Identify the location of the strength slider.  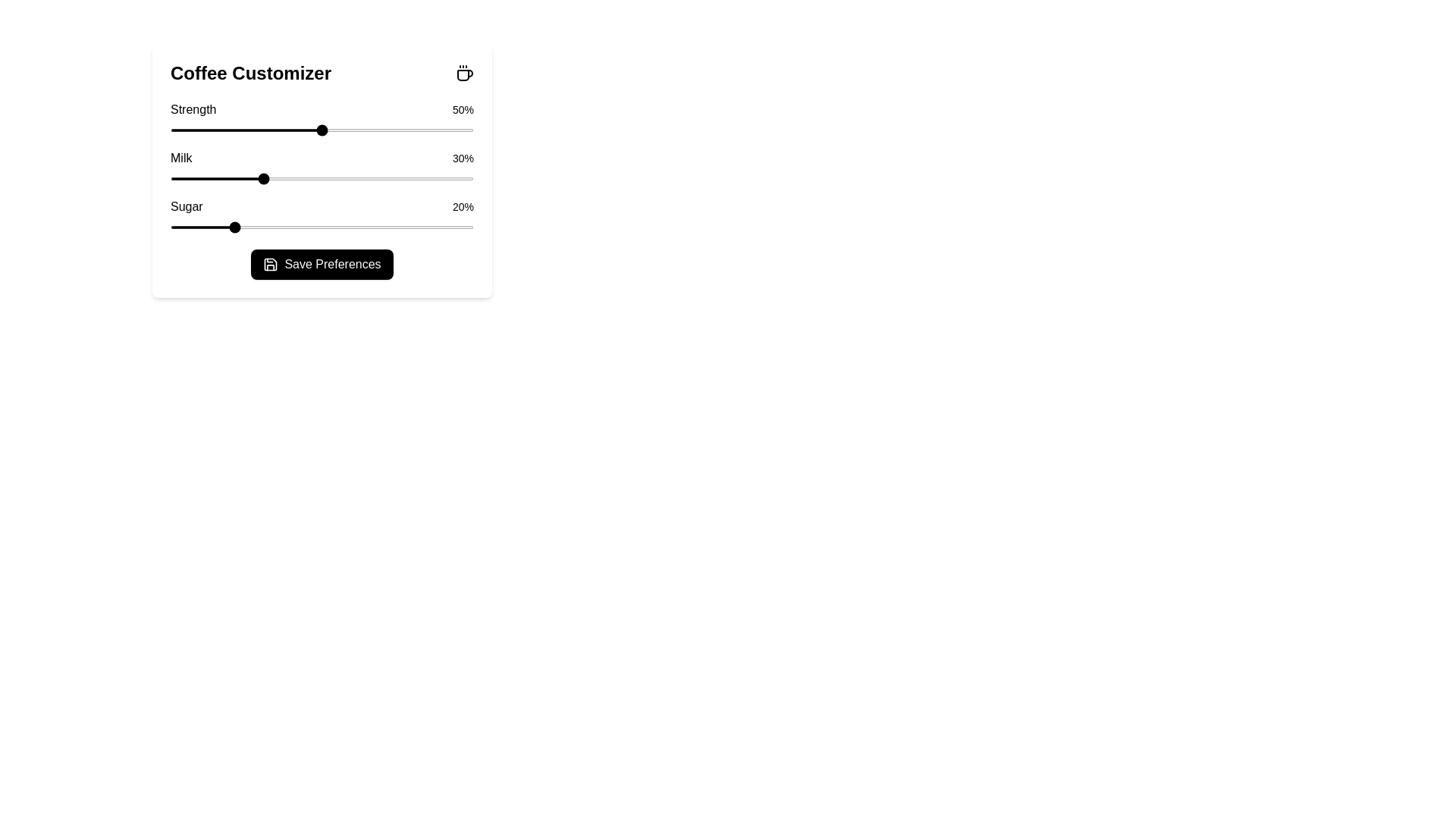
(273, 130).